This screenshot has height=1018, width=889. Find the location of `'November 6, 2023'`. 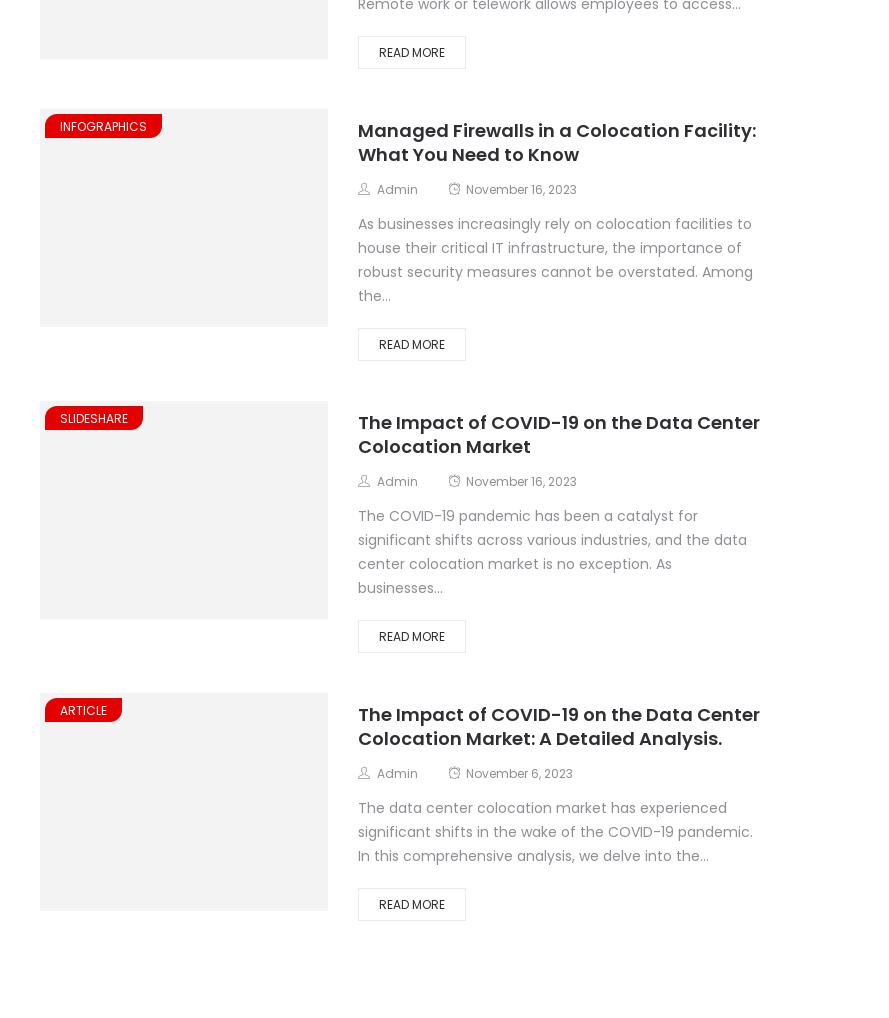

'November 6, 2023' is located at coordinates (519, 772).